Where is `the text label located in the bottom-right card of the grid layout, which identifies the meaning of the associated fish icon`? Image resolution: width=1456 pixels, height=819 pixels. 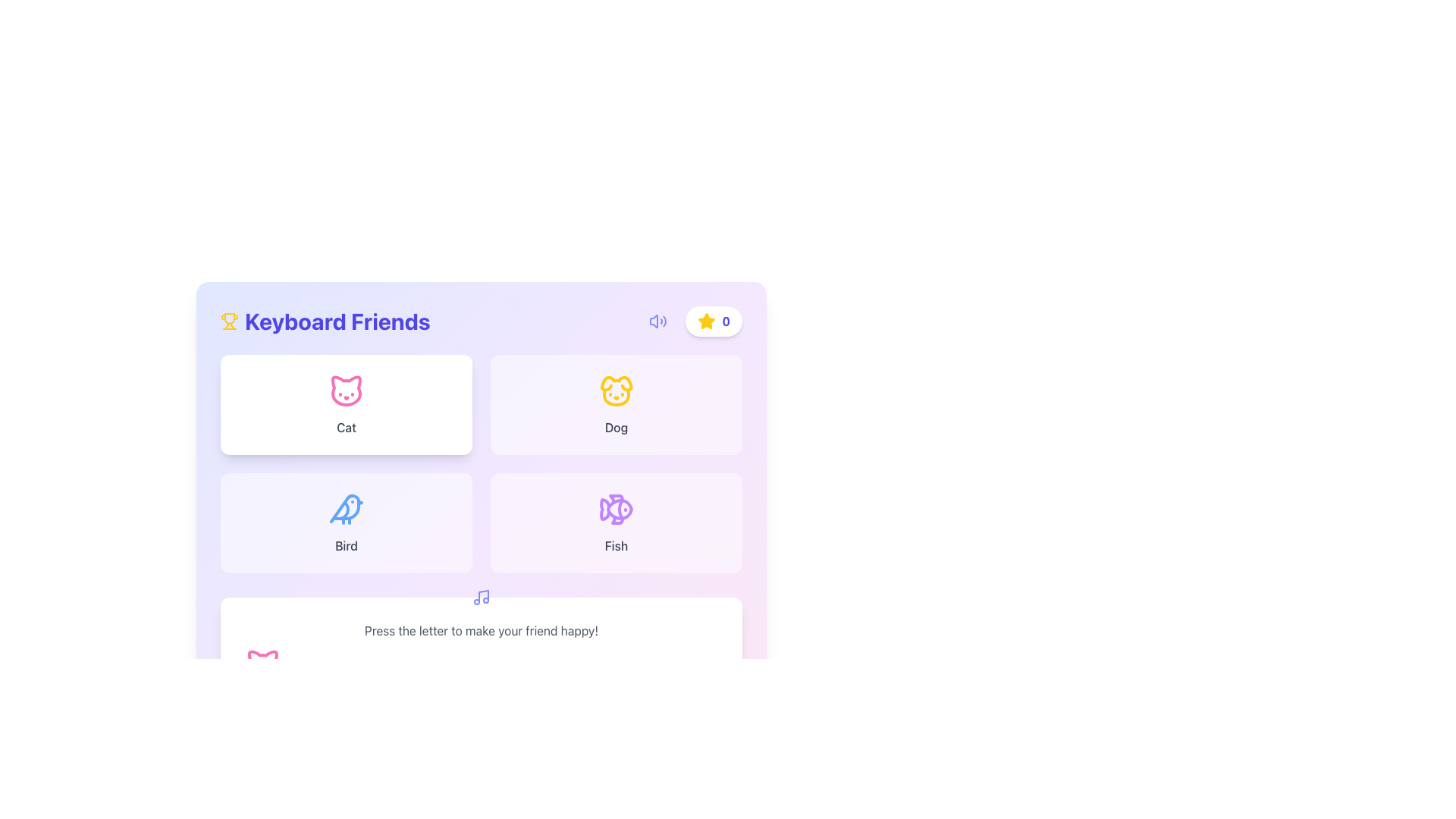 the text label located in the bottom-right card of the grid layout, which identifies the meaning of the associated fish icon is located at coordinates (616, 546).